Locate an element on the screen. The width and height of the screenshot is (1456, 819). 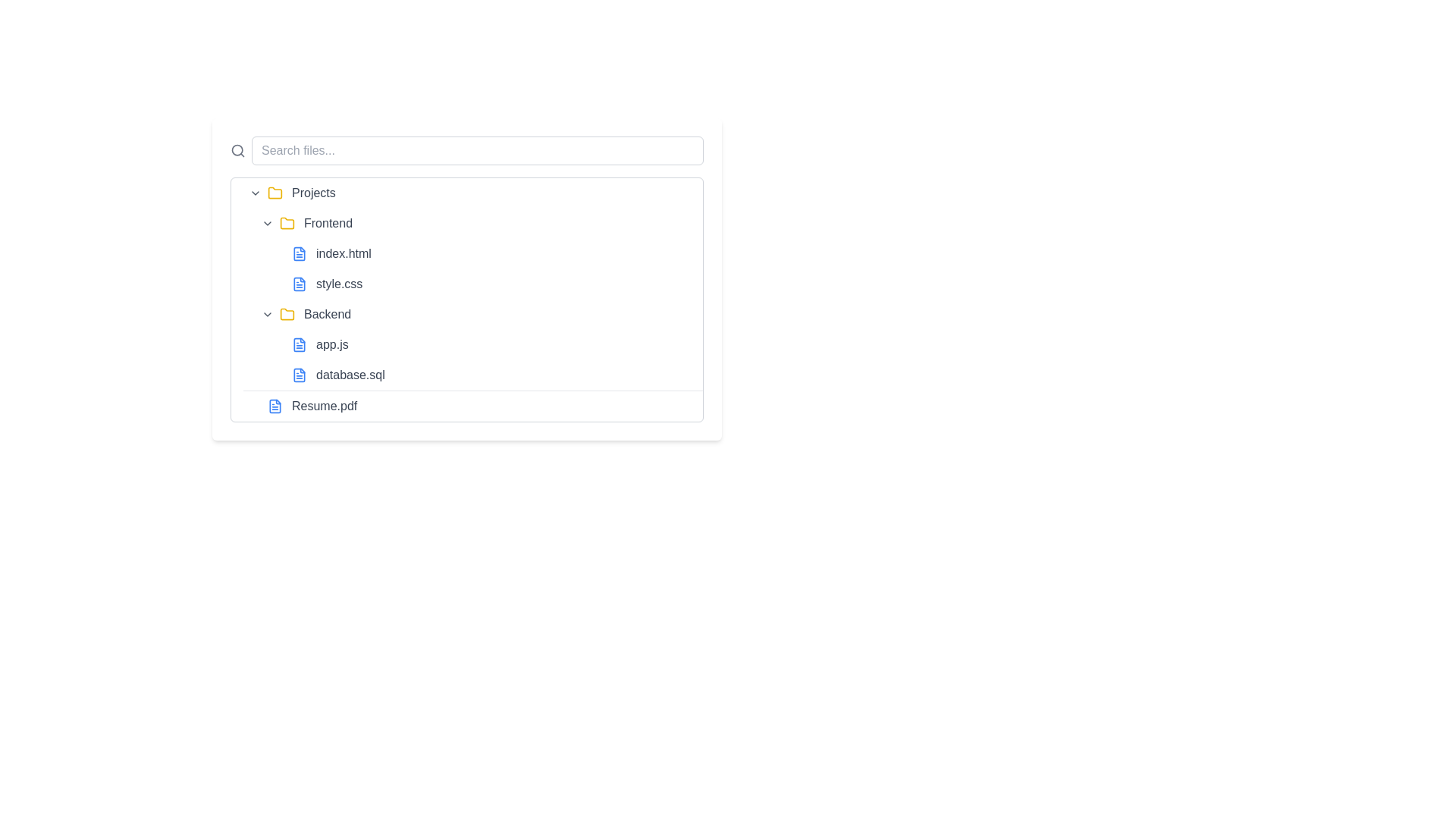
the toggle icon positioned to the left of the 'Frontend' label, which serves as an expand/collapse dropdown button for its associated sub-items is located at coordinates (268, 223).